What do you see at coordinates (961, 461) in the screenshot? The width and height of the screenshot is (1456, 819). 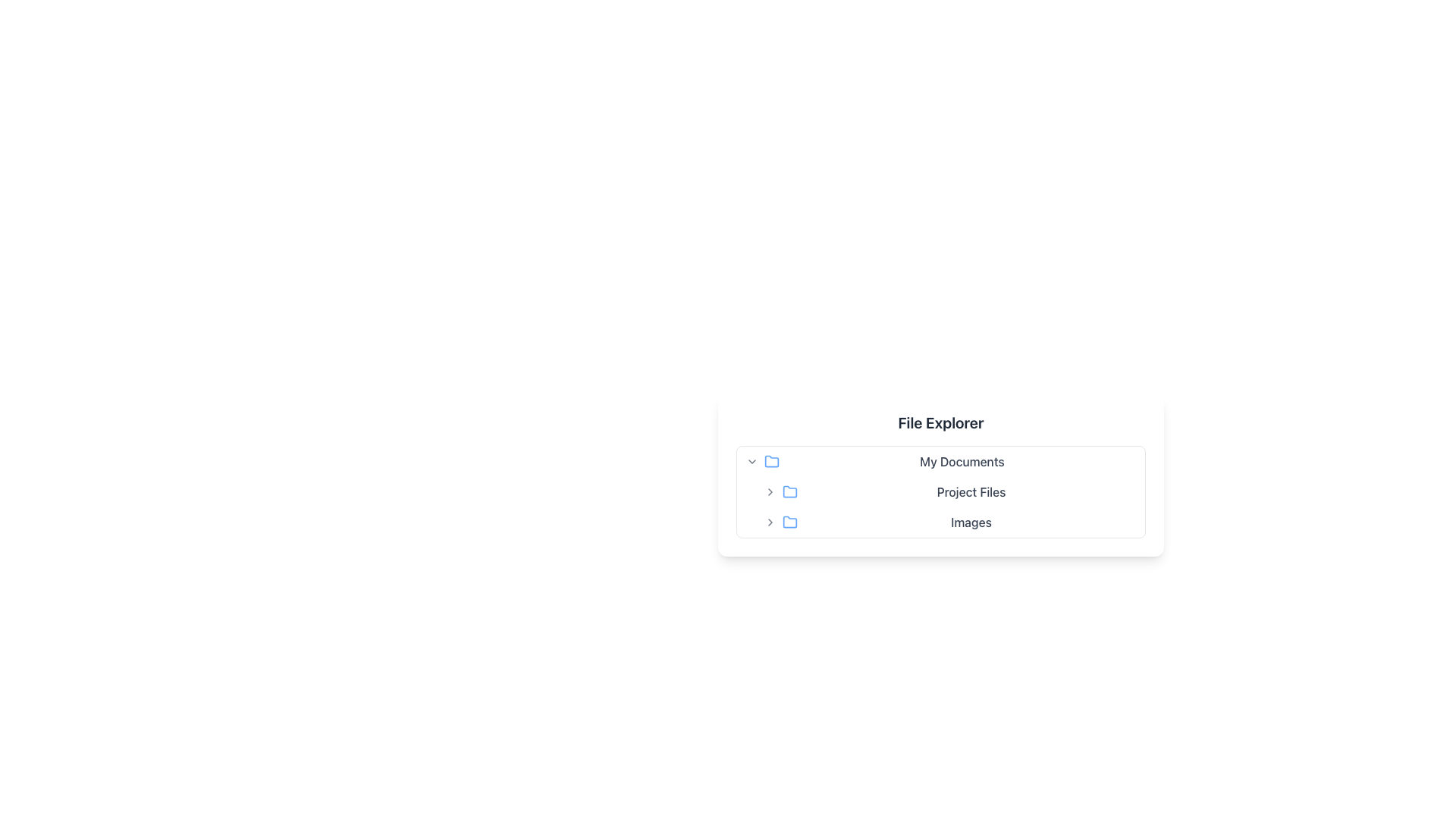 I see `the 'My Documents' text label, which is part of the file explorer sidebar menu, located after a blue folder icon and adjacent to a dropdown toggle icon` at bounding box center [961, 461].